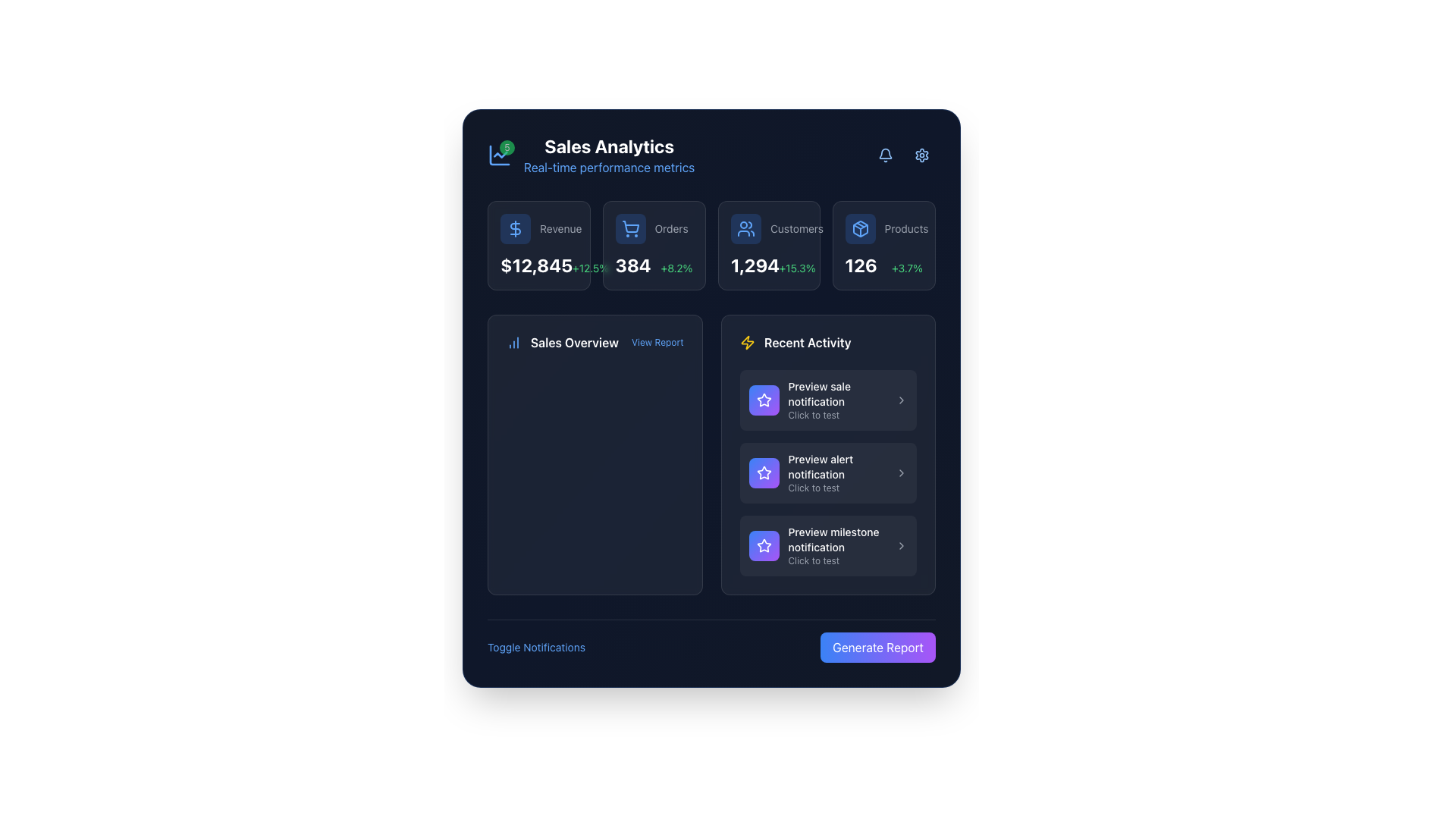 Image resolution: width=1456 pixels, height=819 pixels. I want to click on the numeric value display indicating total orders, located in the header section of the dashboard under the 'Orders' label, so click(633, 265).